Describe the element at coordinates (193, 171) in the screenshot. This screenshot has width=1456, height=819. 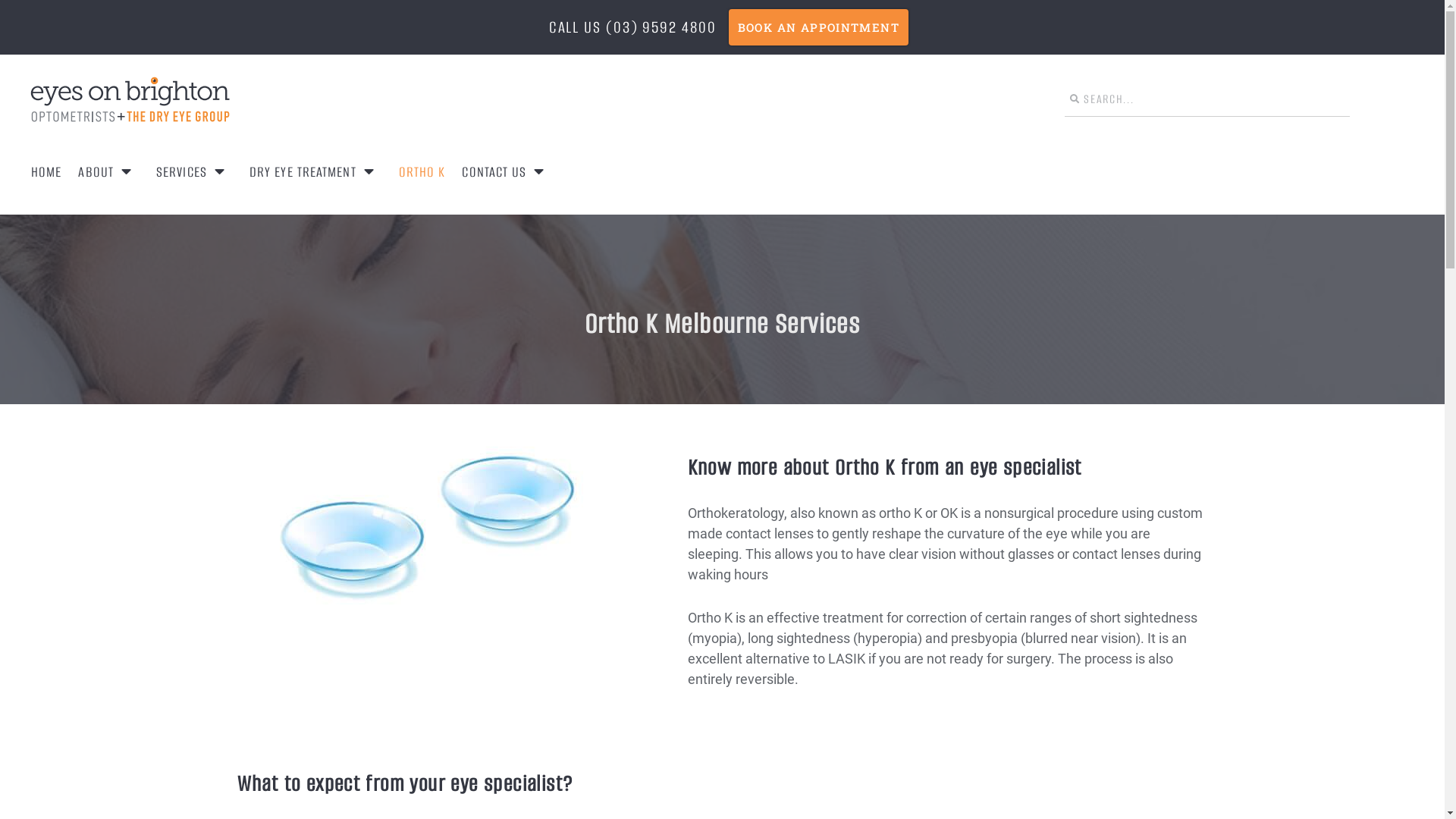
I see `'SERVICES'` at that location.